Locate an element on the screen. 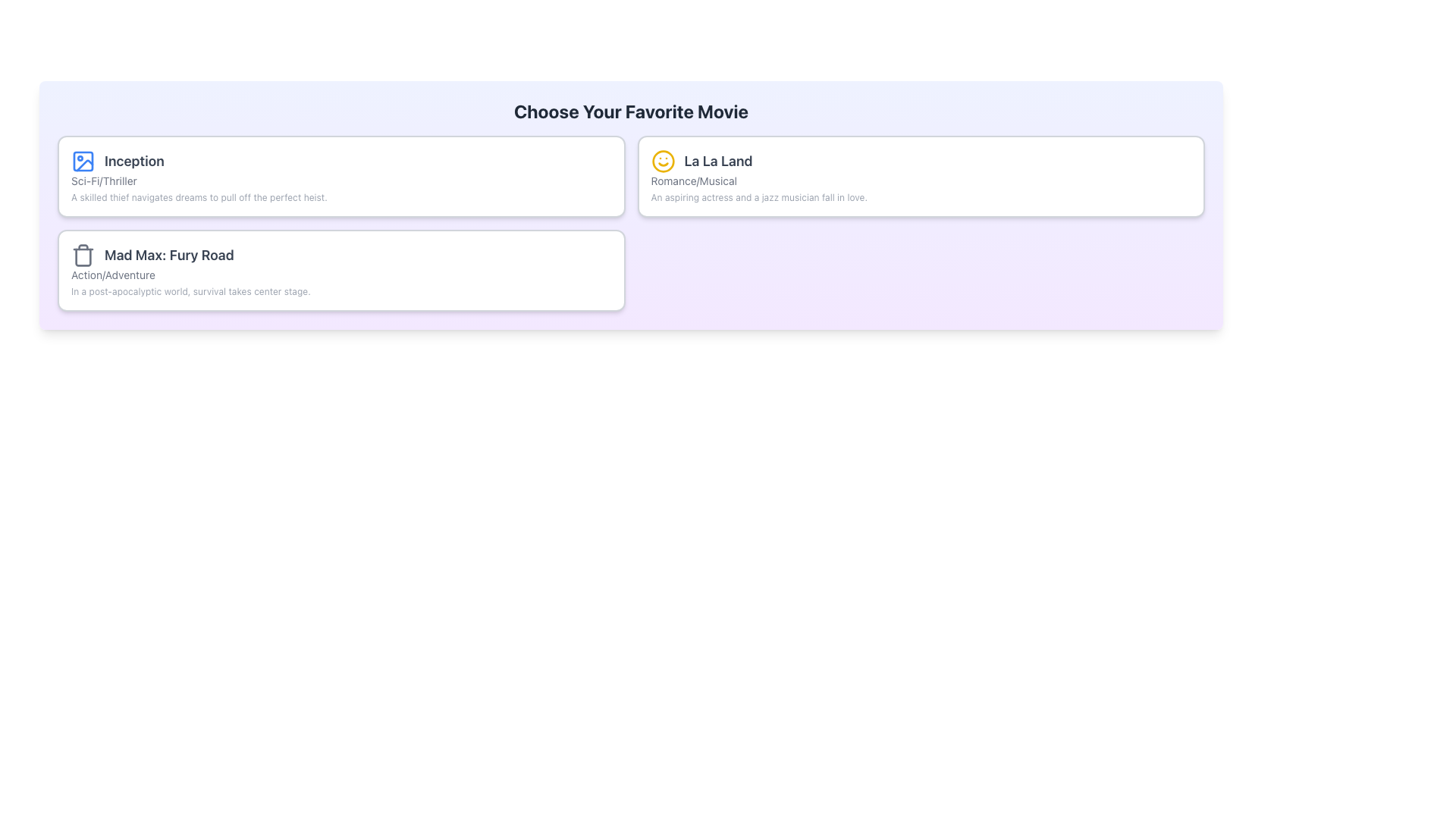  the prominently displayed text 'Choose Your Favorite Movie' which serves as the title at the top of the section is located at coordinates (631, 110).